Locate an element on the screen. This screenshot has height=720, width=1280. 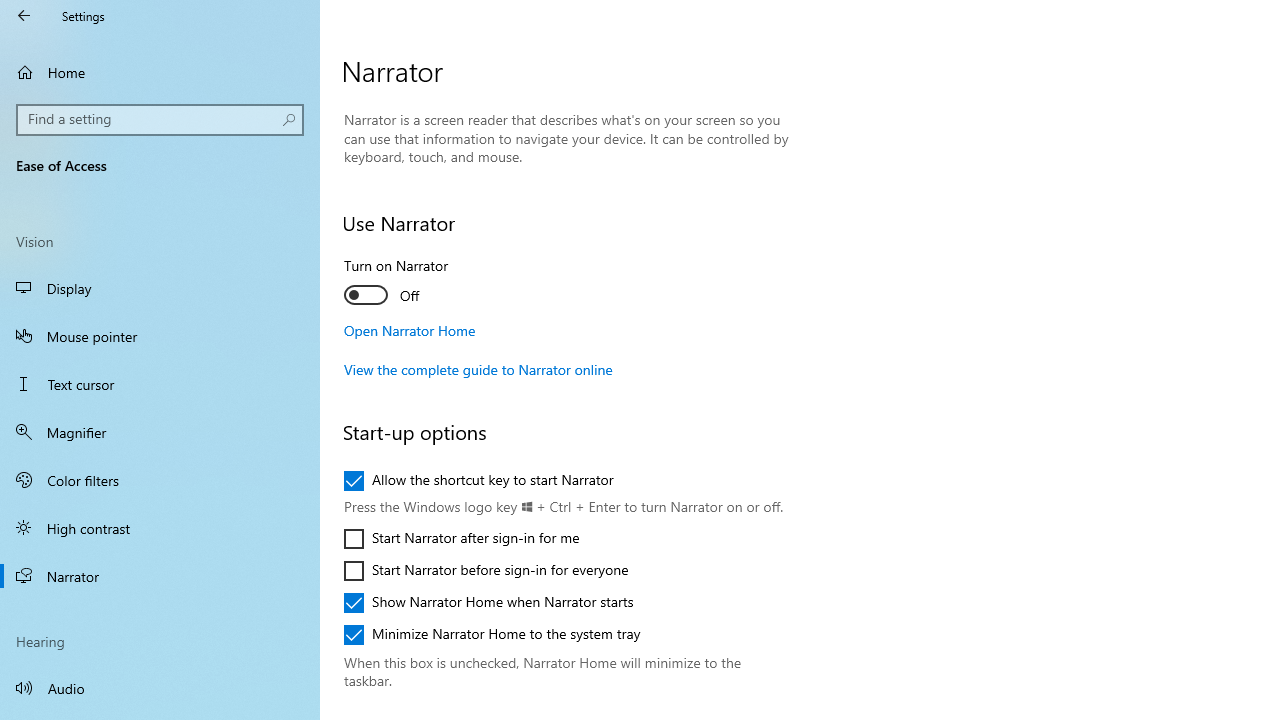
'Turn on Narrator' is located at coordinates (416, 283).